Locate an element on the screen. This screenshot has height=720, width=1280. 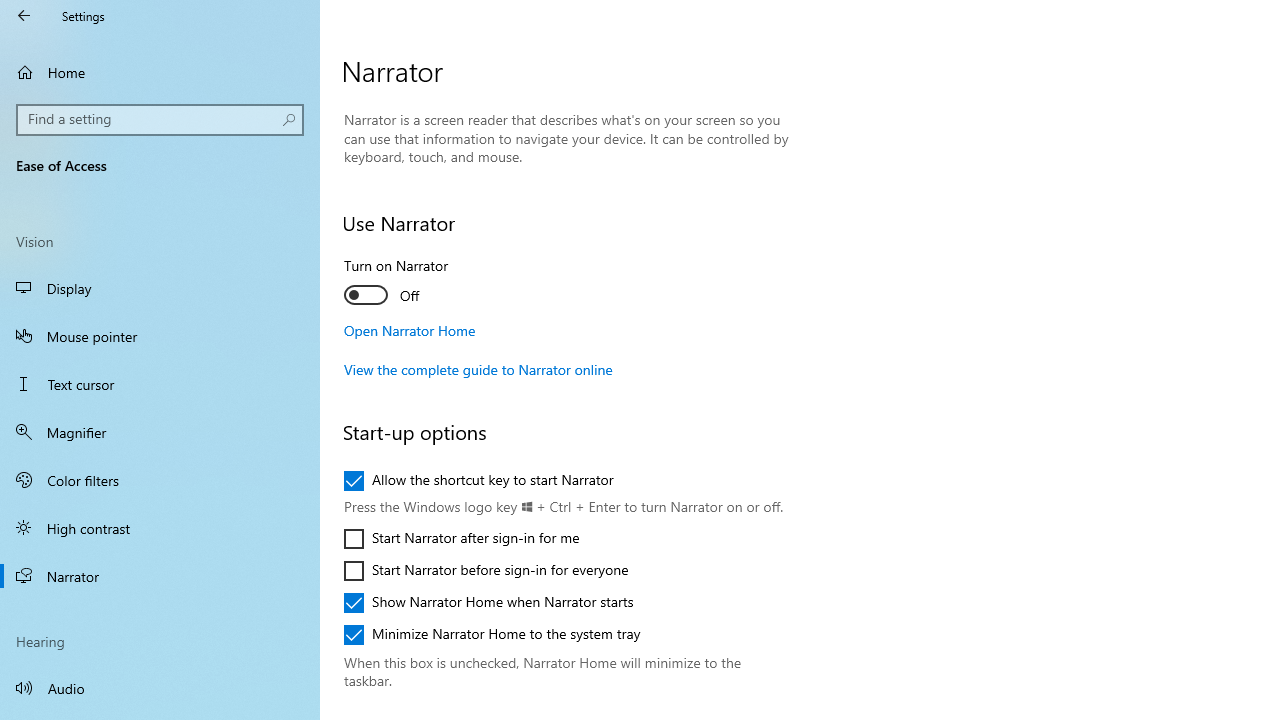
'Turn on Narrator' is located at coordinates (416, 283).